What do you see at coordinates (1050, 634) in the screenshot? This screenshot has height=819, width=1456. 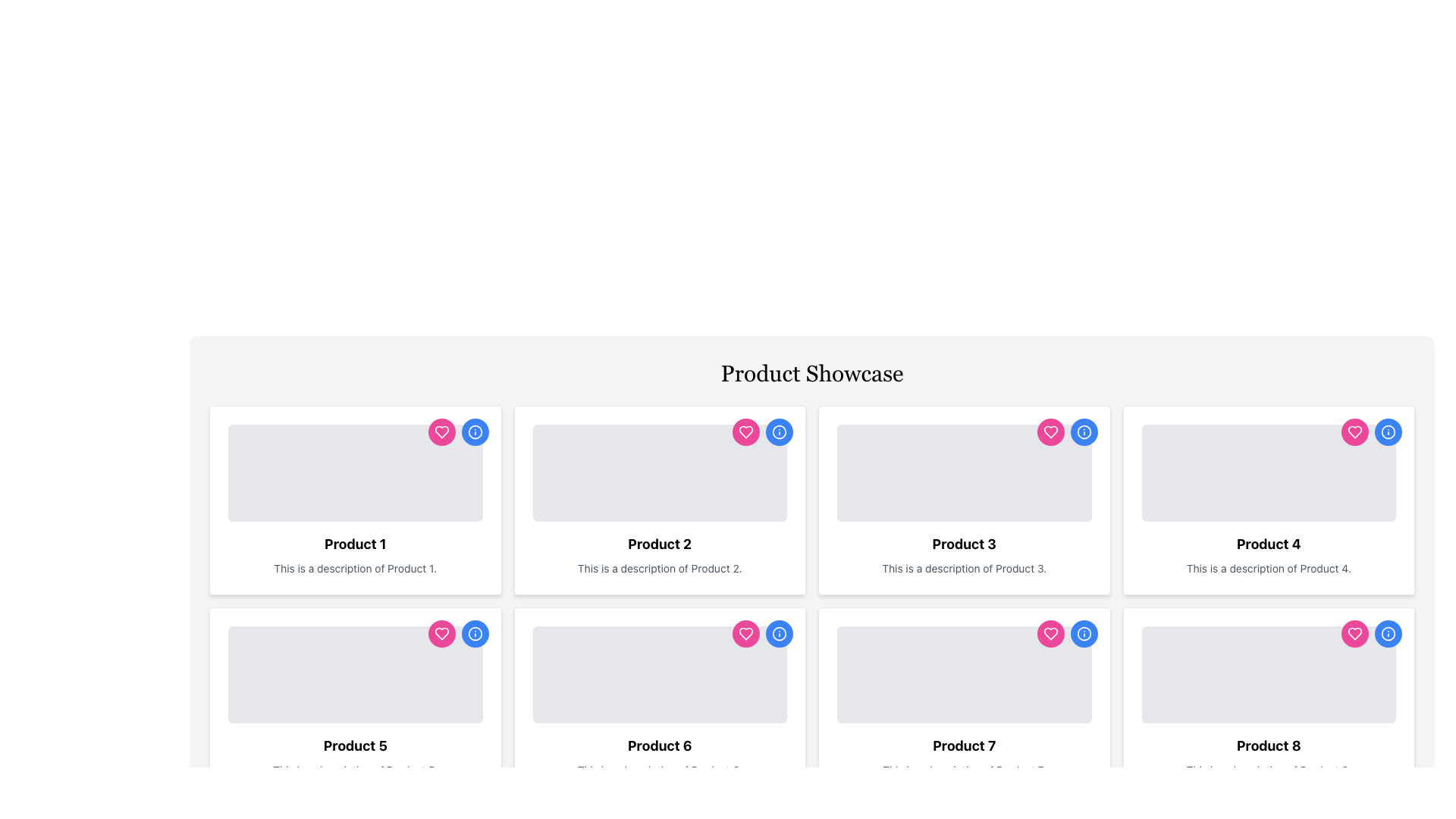 I see `the heart icon located at the top-right corner of the 'Product 3' card` at bounding box center [1050, 634].